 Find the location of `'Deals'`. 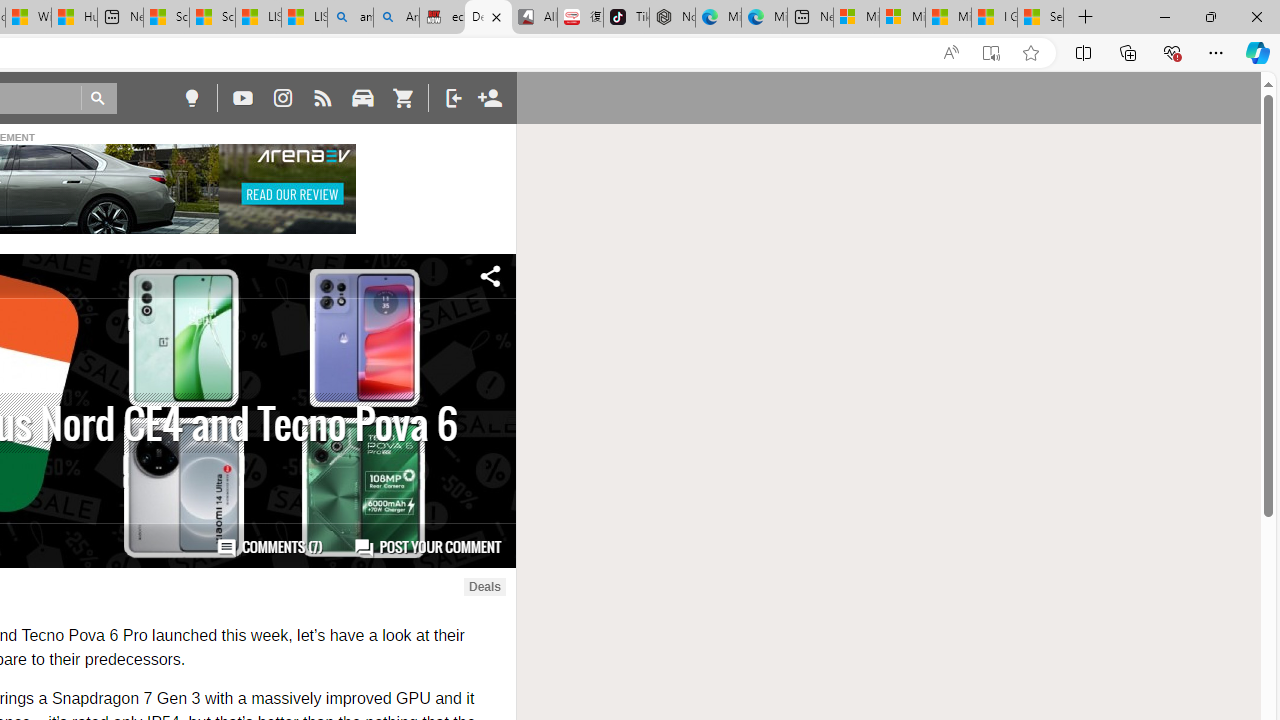

'Deals' is located at coordinates (484, 586).